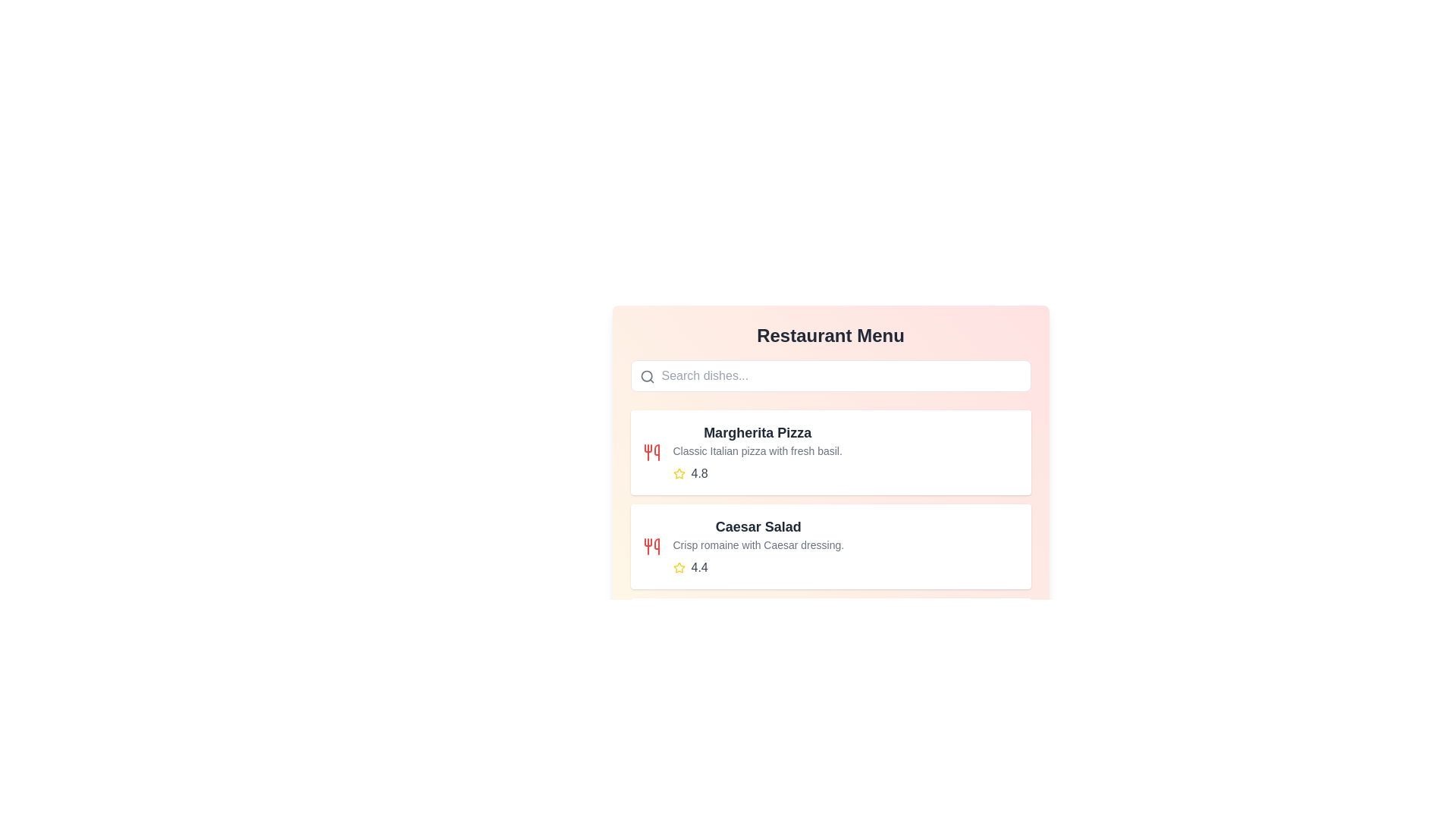 This screenshot has width=1456, height=819. I want to click on the gray magnifying glass icon located to the left of the search input box, which is styled in SVG format and has a round shape with a handle extending from the bottom right, so click(647, 376).